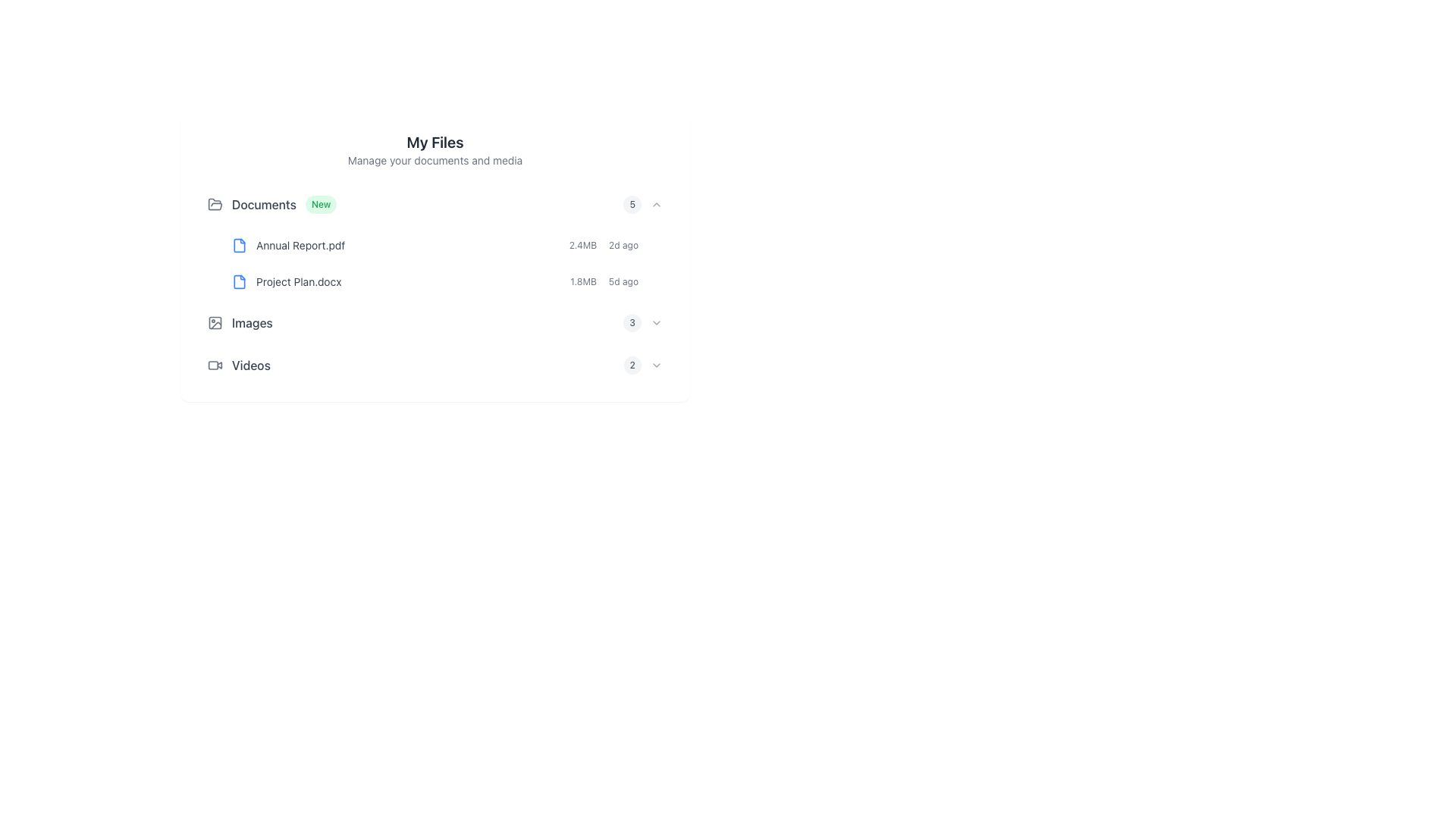 The width and height of the screenshot is (1456, 819). I want to click on the video section icon located in the bottom-left region of the 'Videos' area, positioned to the left of the 'Videos' text, so click(214, 366).